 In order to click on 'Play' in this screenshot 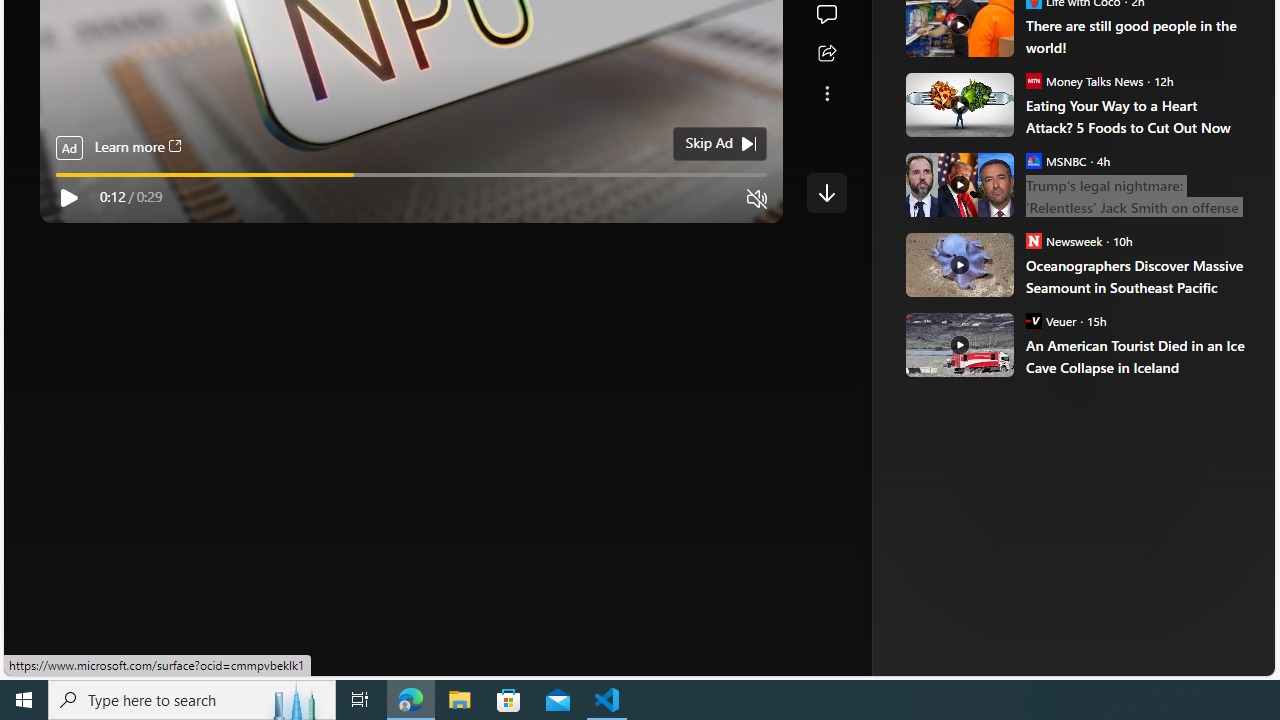, I will do `click(69, 198)`.